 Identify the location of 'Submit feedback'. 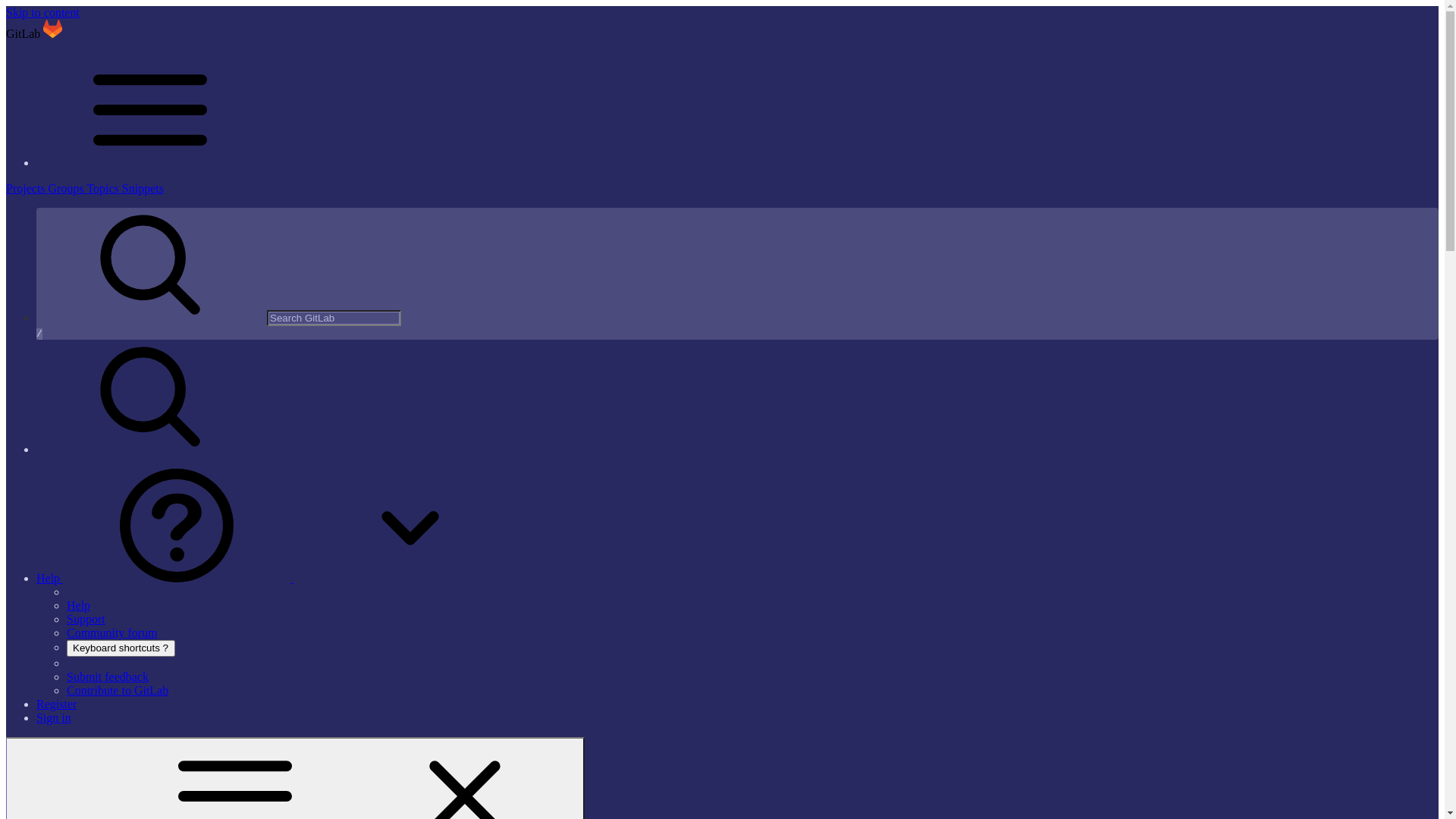
(65, 676).